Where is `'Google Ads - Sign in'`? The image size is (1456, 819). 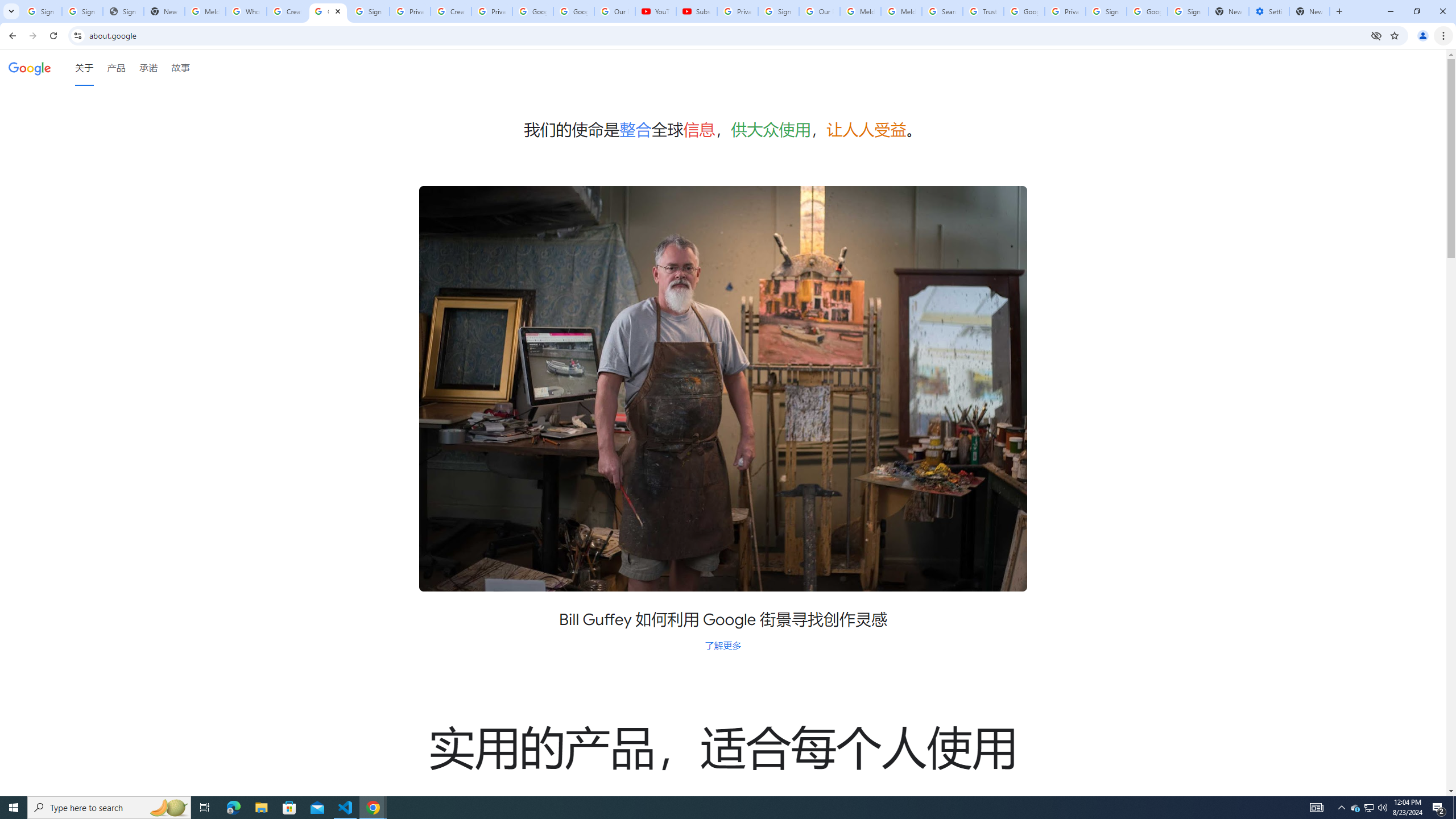 'Google Ads - Sign in' is located at coordinates (1023, 11).